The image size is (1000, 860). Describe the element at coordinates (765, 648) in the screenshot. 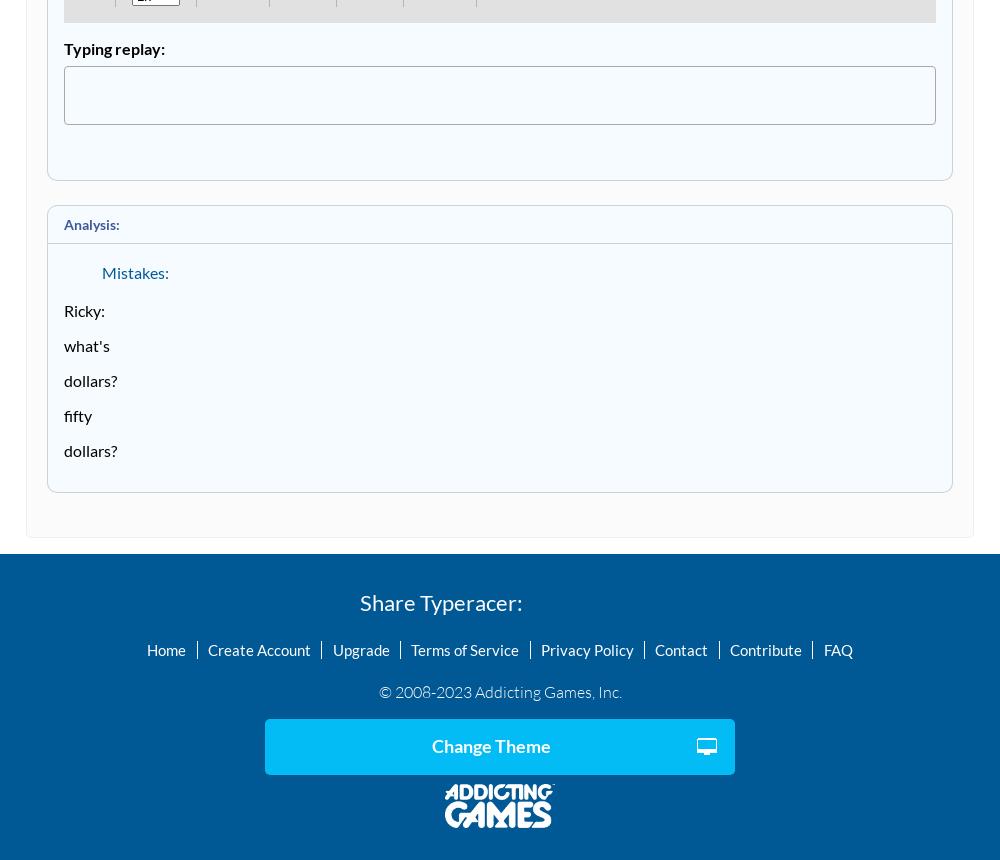

I see `'Contribute'` at that location.